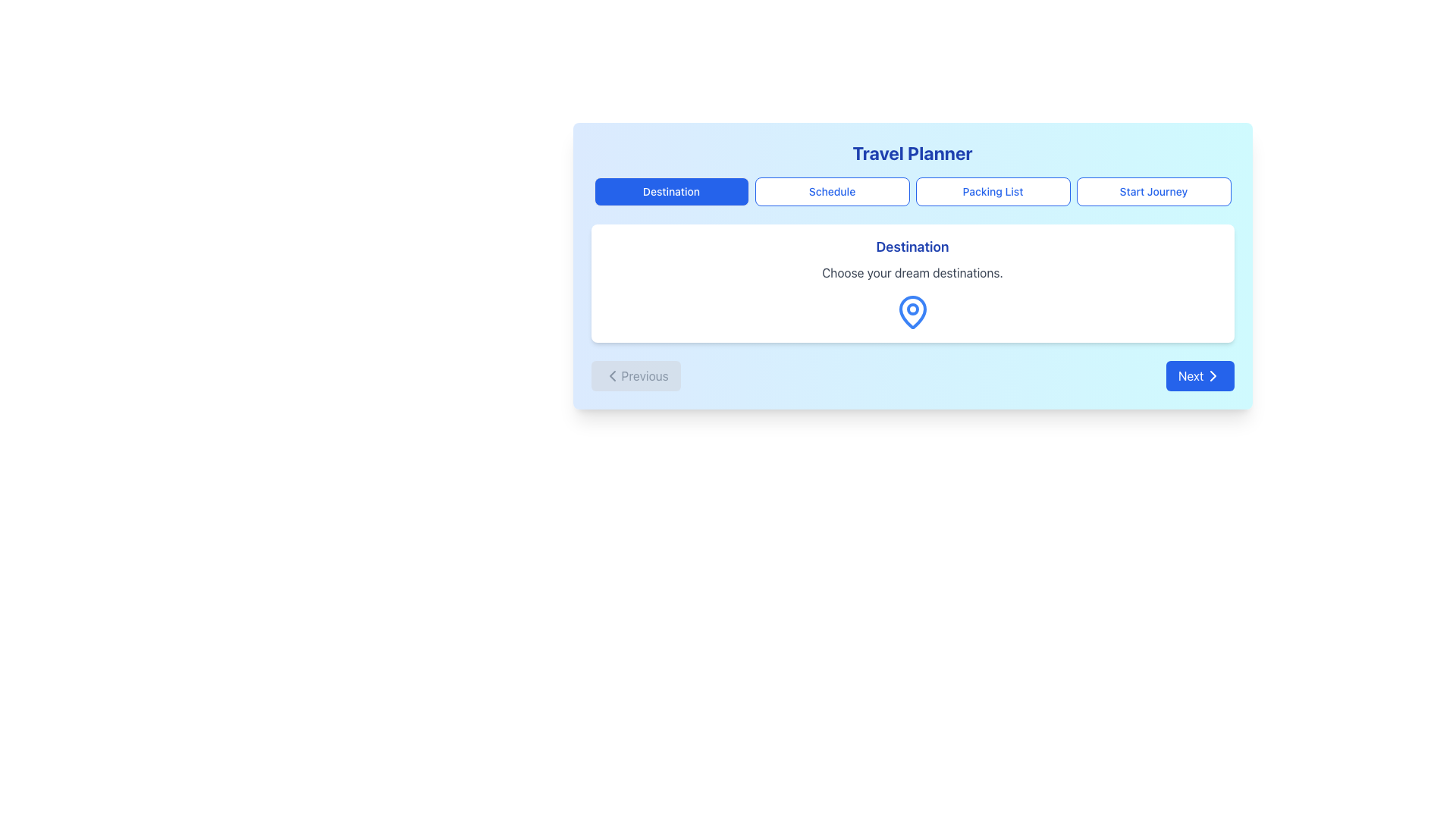 This screenshot has height=819, width=1456. Describe the element at coordinates (912, 152) in the screenshot. I see `the 'Travel Planner' text element, which is displayed in bold, large blue font, and is centered at the top of a card-like section` at that location.